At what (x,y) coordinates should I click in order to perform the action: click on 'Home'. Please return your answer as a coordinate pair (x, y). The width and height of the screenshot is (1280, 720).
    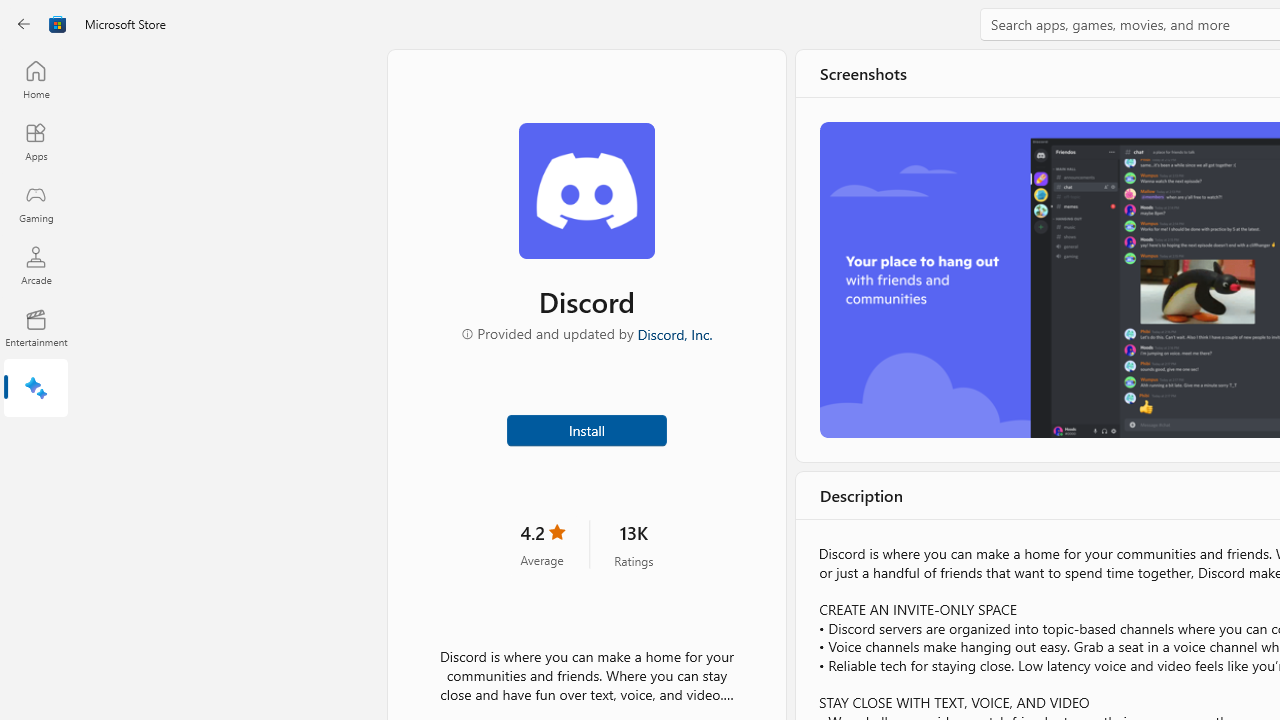
    Looking at the image, I should click on (35, 78).